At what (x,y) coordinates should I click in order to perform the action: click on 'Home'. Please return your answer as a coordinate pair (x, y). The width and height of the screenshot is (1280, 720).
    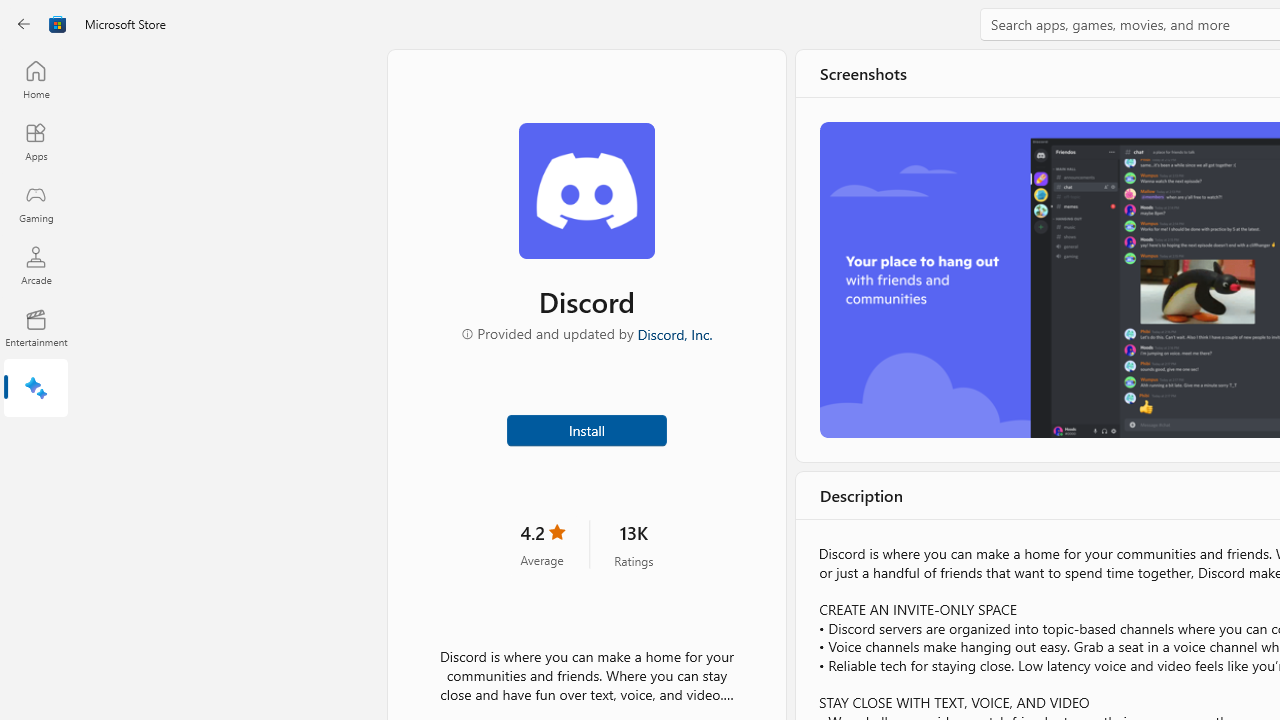
    Looking at the image, I should click on (35, 78).